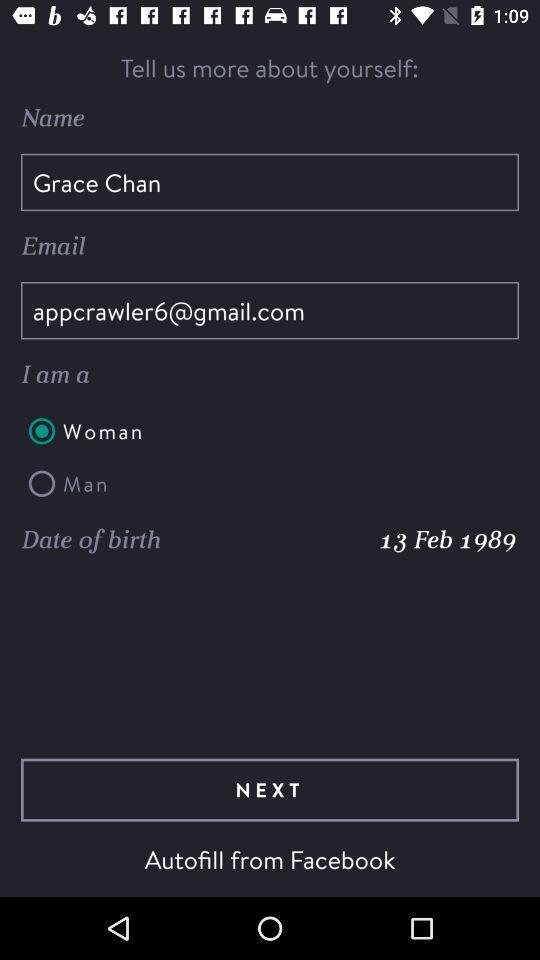 The width and height of the screenshot is (540, 960). What do you see at coordinates (270, 431) in the screenshot?
I see `the item below the i am a` at bounding box center [270, 431].